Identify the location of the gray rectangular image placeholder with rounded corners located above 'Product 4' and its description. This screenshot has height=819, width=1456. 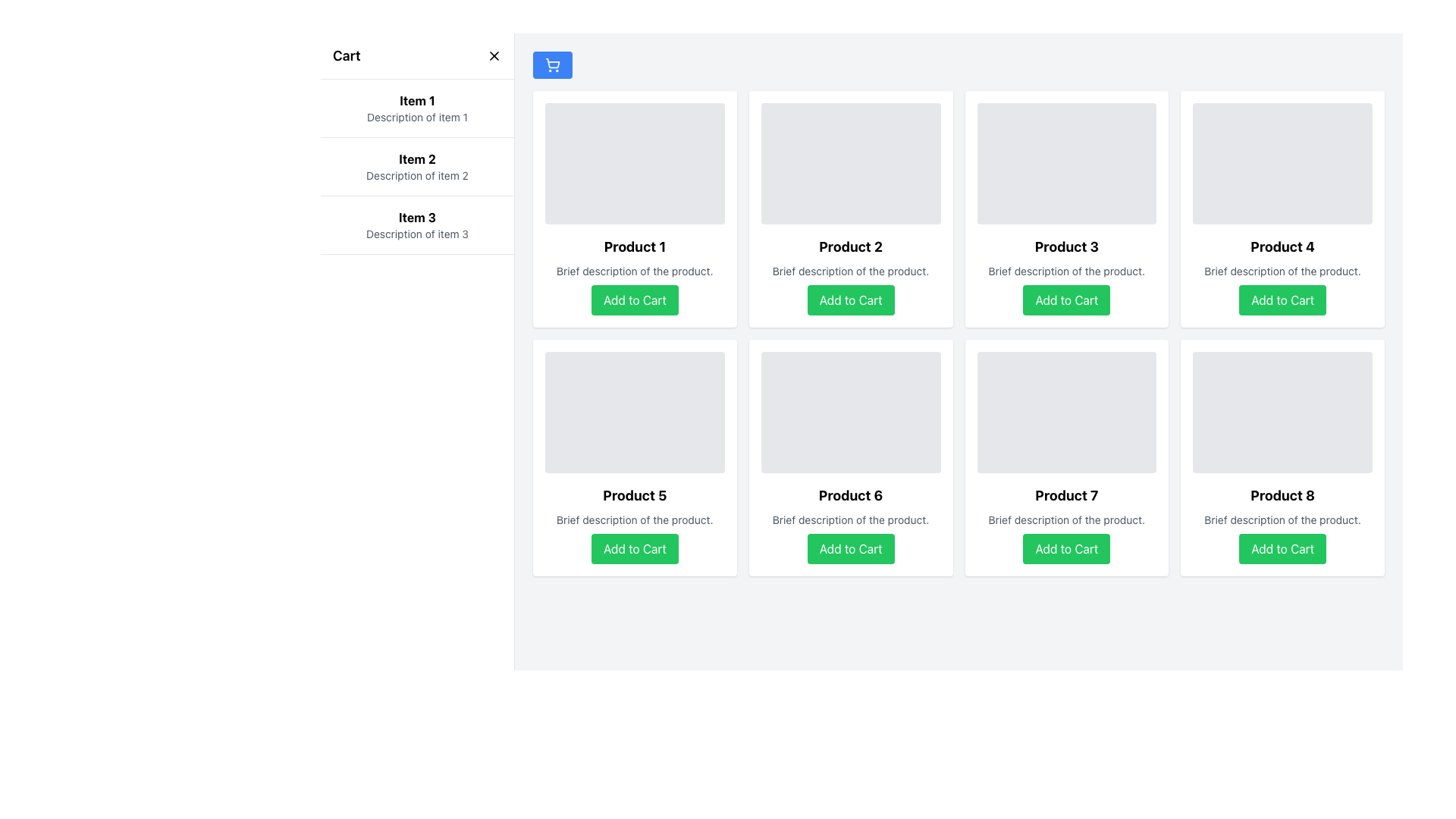
(1282, 164).